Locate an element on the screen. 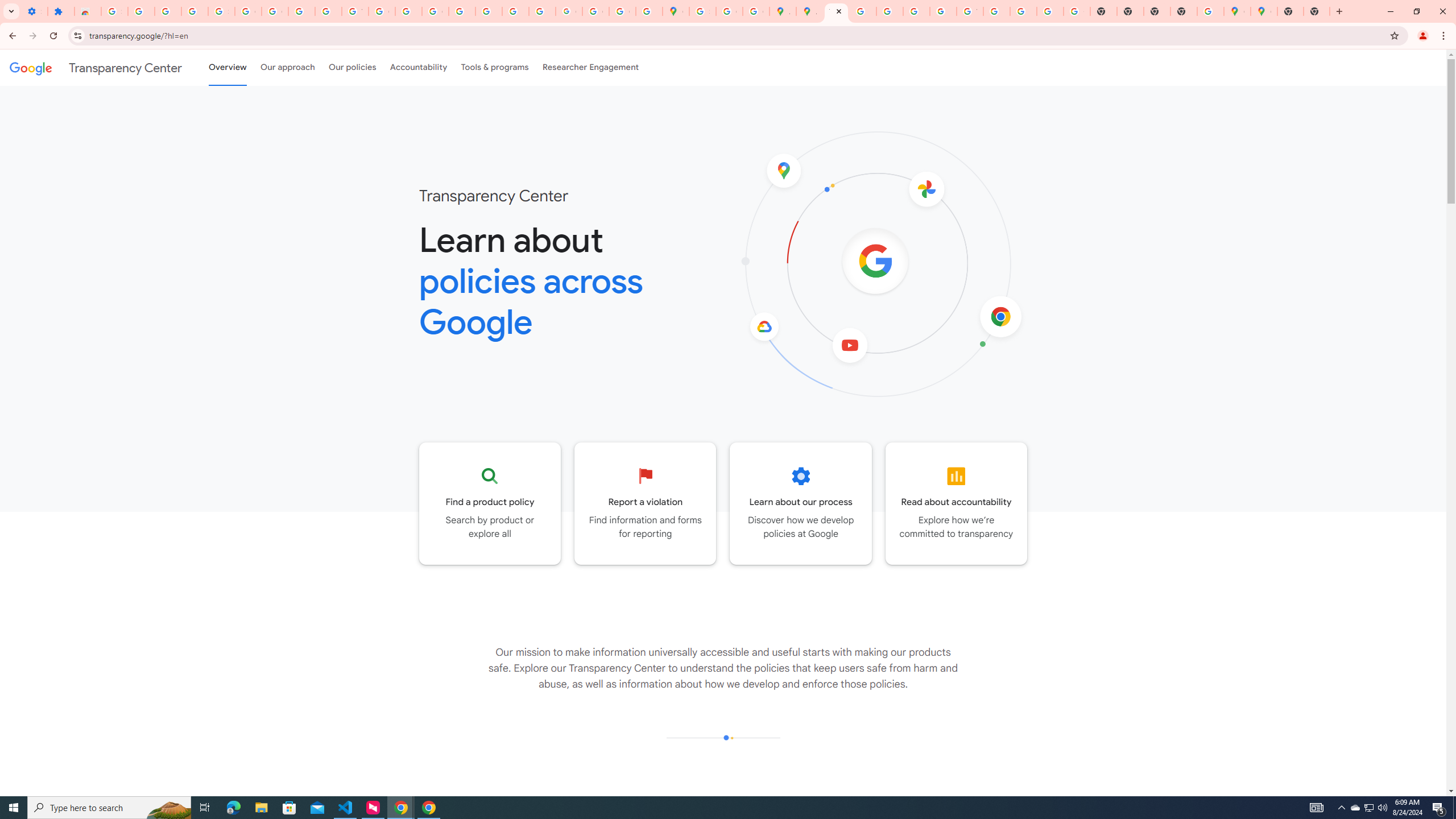 Image resolution: width=1456 pixels, height=819 pixels. 'Delete photos & videos - Computer - Google Photos Help' is located at coordinates (141, 11).